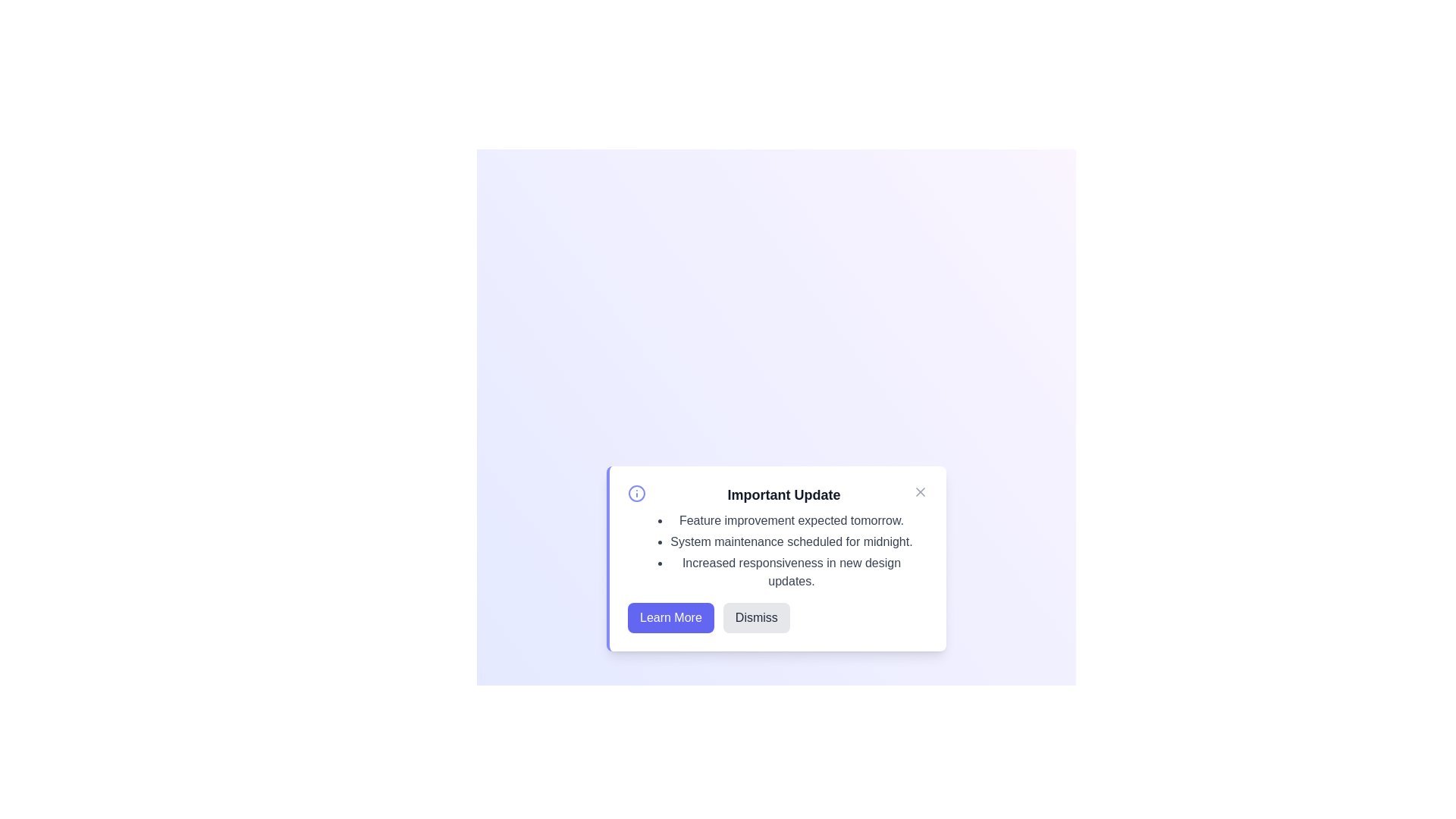  Describe the element at coordinates (669, 617) in the screenshot. I see `the 'Learn More' button to view details about the alert` at that location.